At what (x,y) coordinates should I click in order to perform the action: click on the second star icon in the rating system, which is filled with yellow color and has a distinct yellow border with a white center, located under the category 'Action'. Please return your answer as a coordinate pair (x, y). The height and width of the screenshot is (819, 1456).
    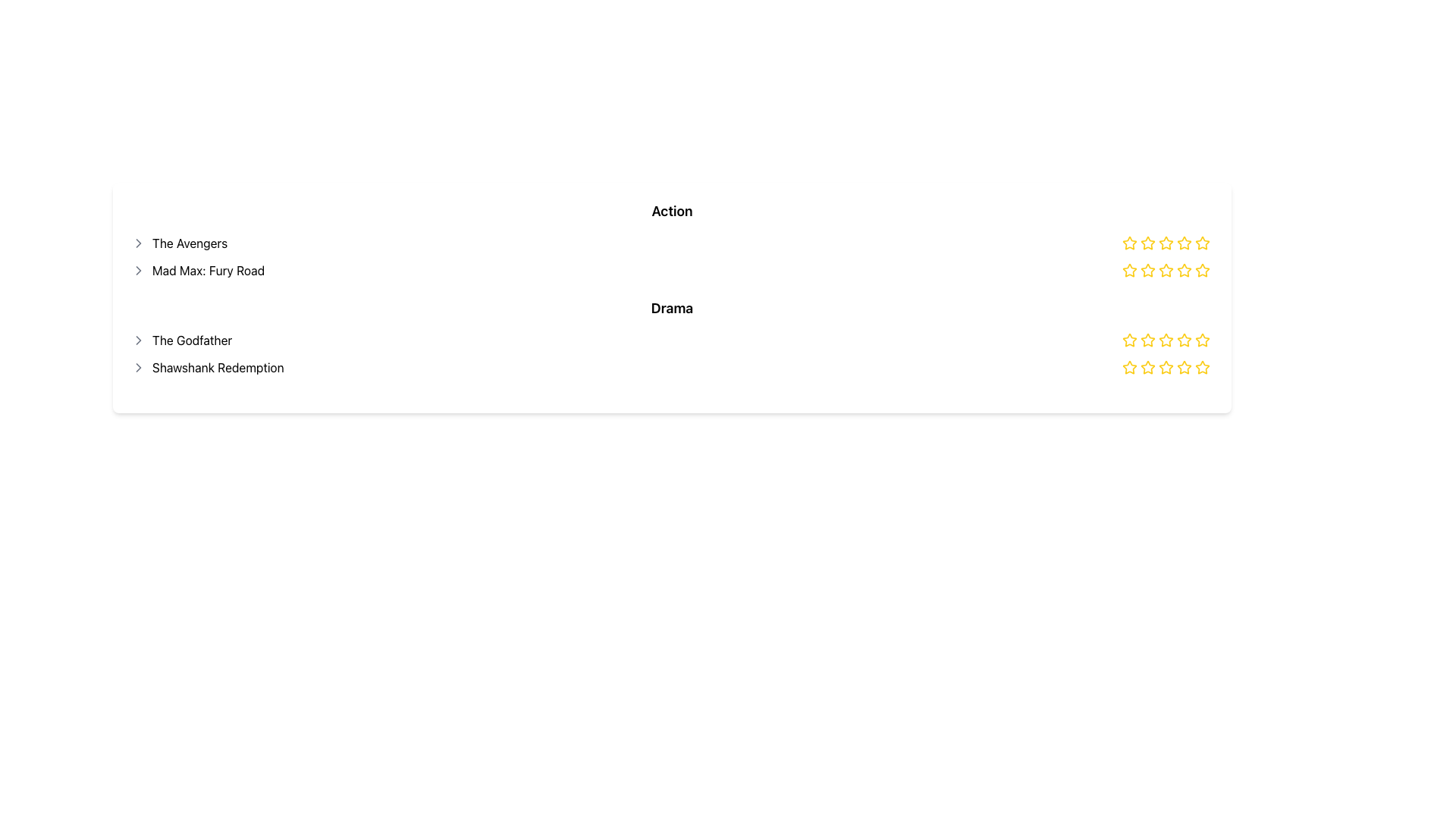
    Looking at the image, I should click on (1147, 242).